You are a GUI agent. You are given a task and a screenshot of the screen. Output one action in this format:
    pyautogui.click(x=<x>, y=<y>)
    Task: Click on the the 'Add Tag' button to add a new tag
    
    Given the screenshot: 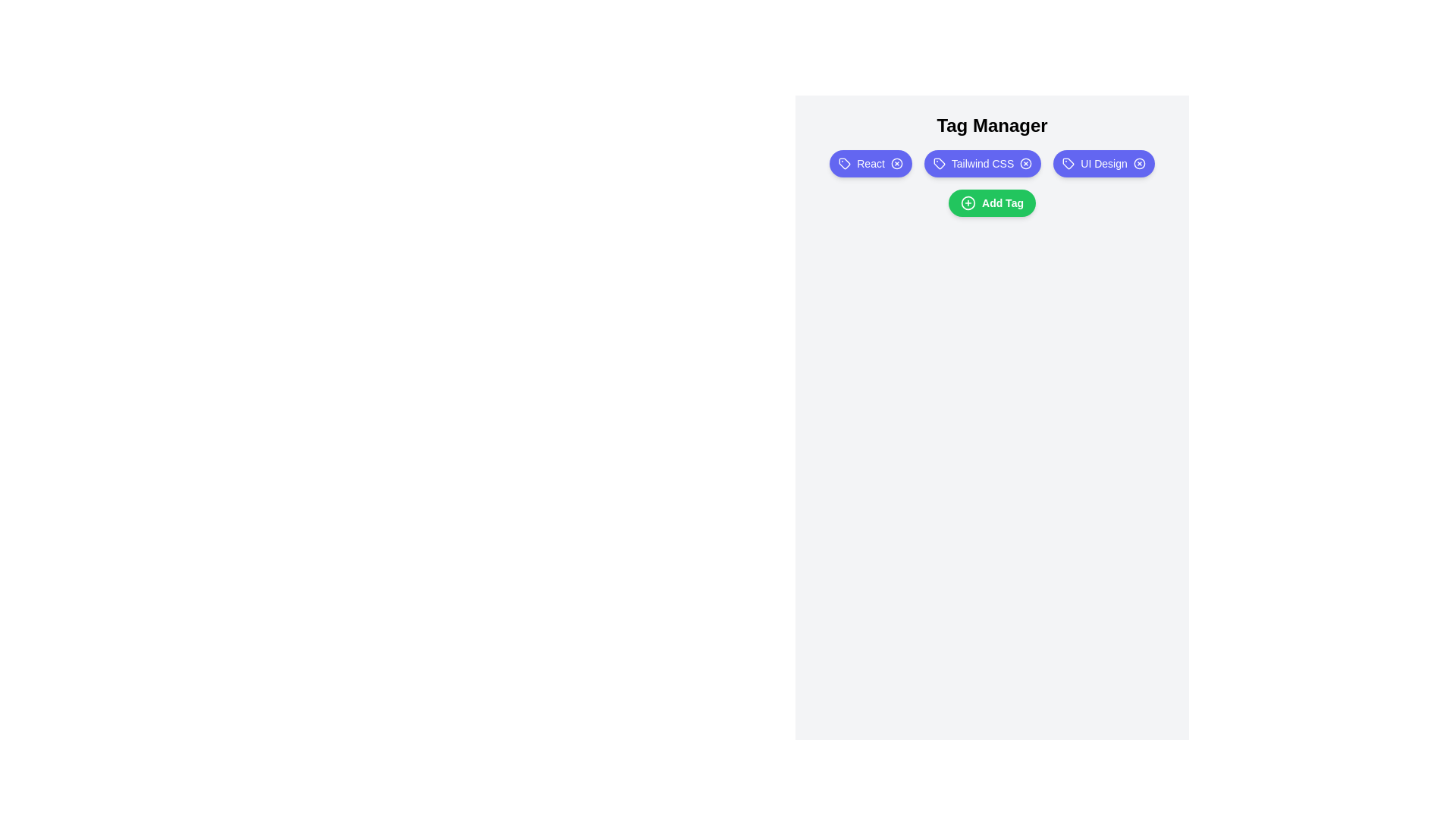 What is the action you would take?
    pyautogui.click(x=992, y=202)
    